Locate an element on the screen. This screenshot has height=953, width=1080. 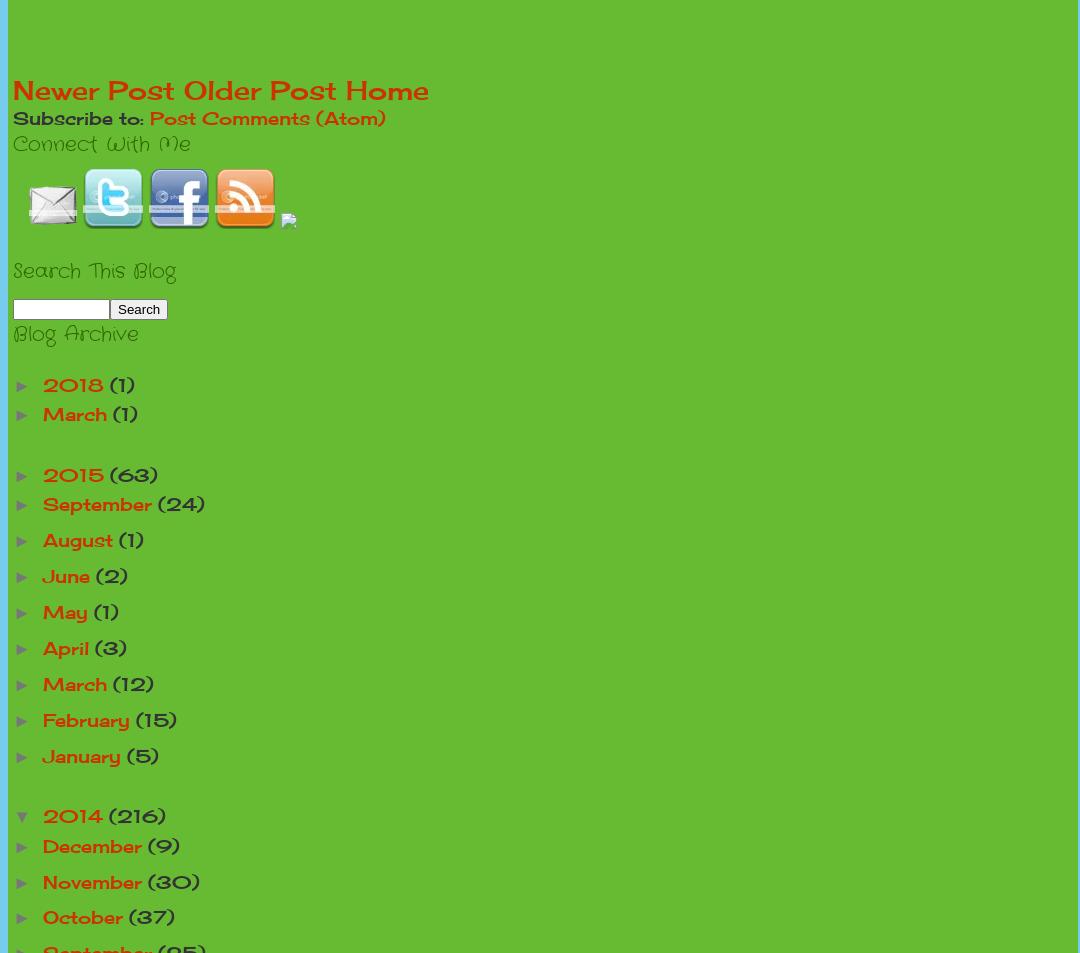
'April' is located at coordinates (42, 646).